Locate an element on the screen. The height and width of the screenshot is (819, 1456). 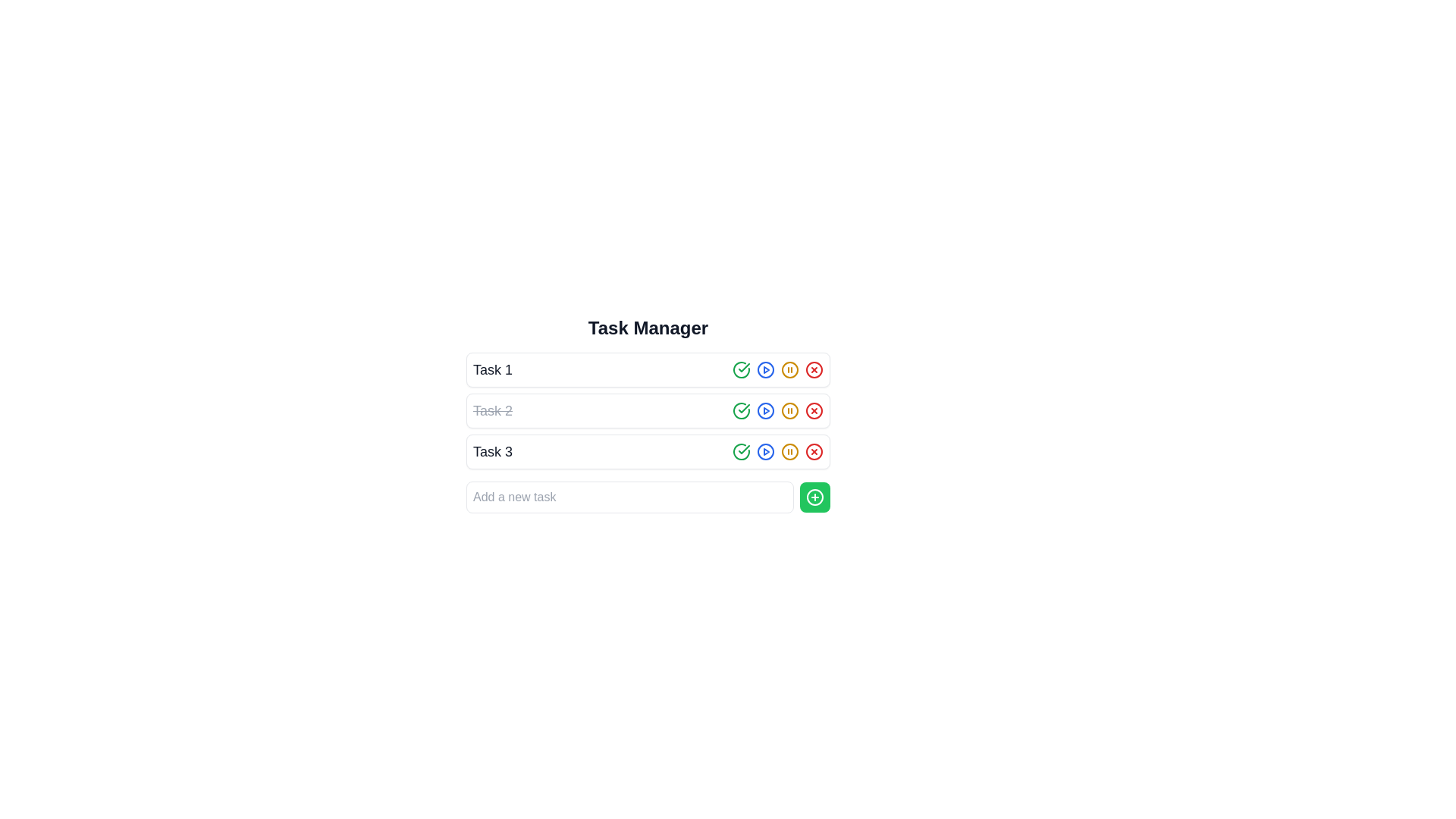
the 'Add Task' button located to the right of the 'Add a new task' input field is located at coordinates (814, 497).